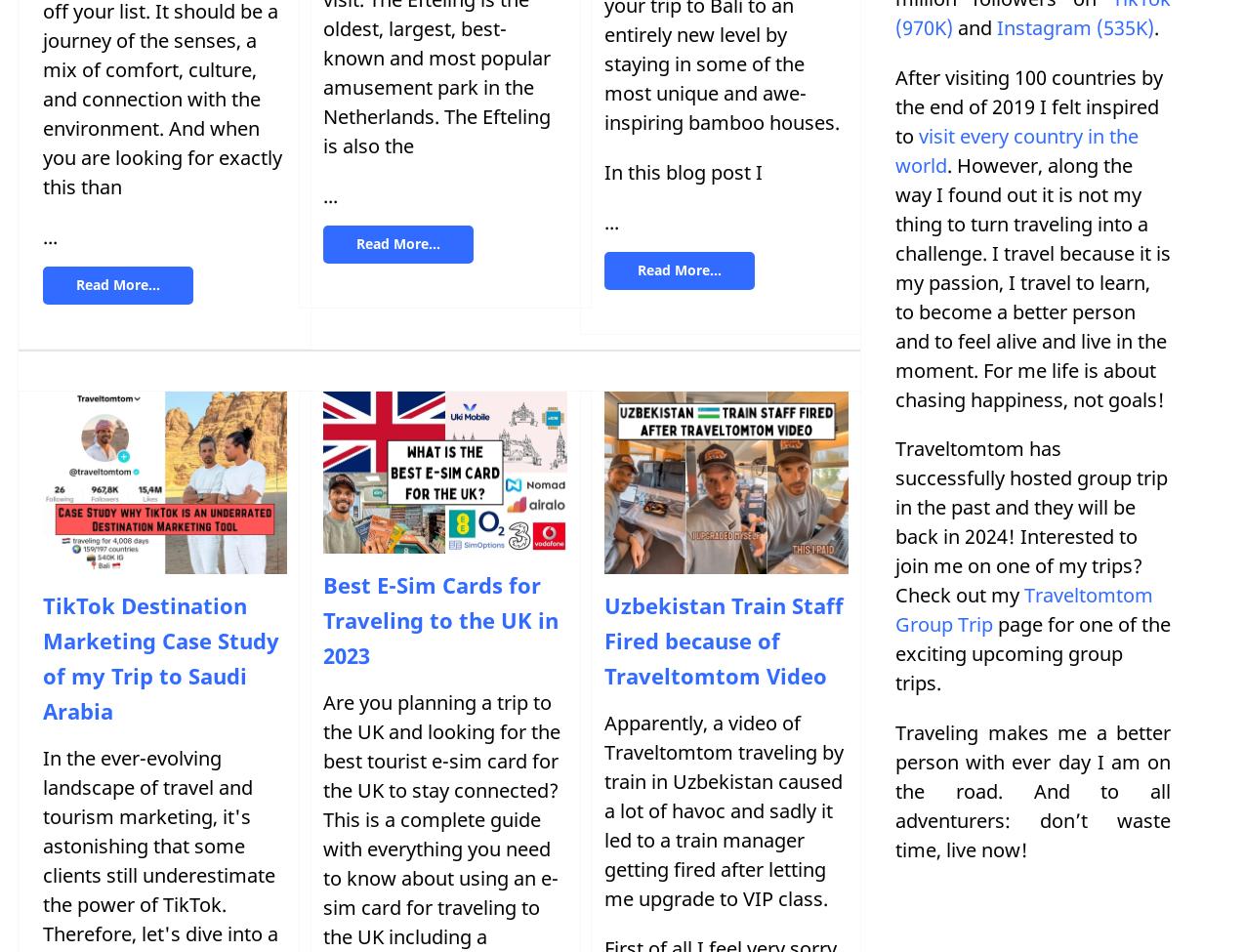 The height and width of the screenshot is (952, 1244). Describe the element at coordinates (1032, 791) in the screenshot. I see `'Traveling makes me a better person with ever day I am on the road. And to all adventurers: don’t waste time, live now!'` at that location.